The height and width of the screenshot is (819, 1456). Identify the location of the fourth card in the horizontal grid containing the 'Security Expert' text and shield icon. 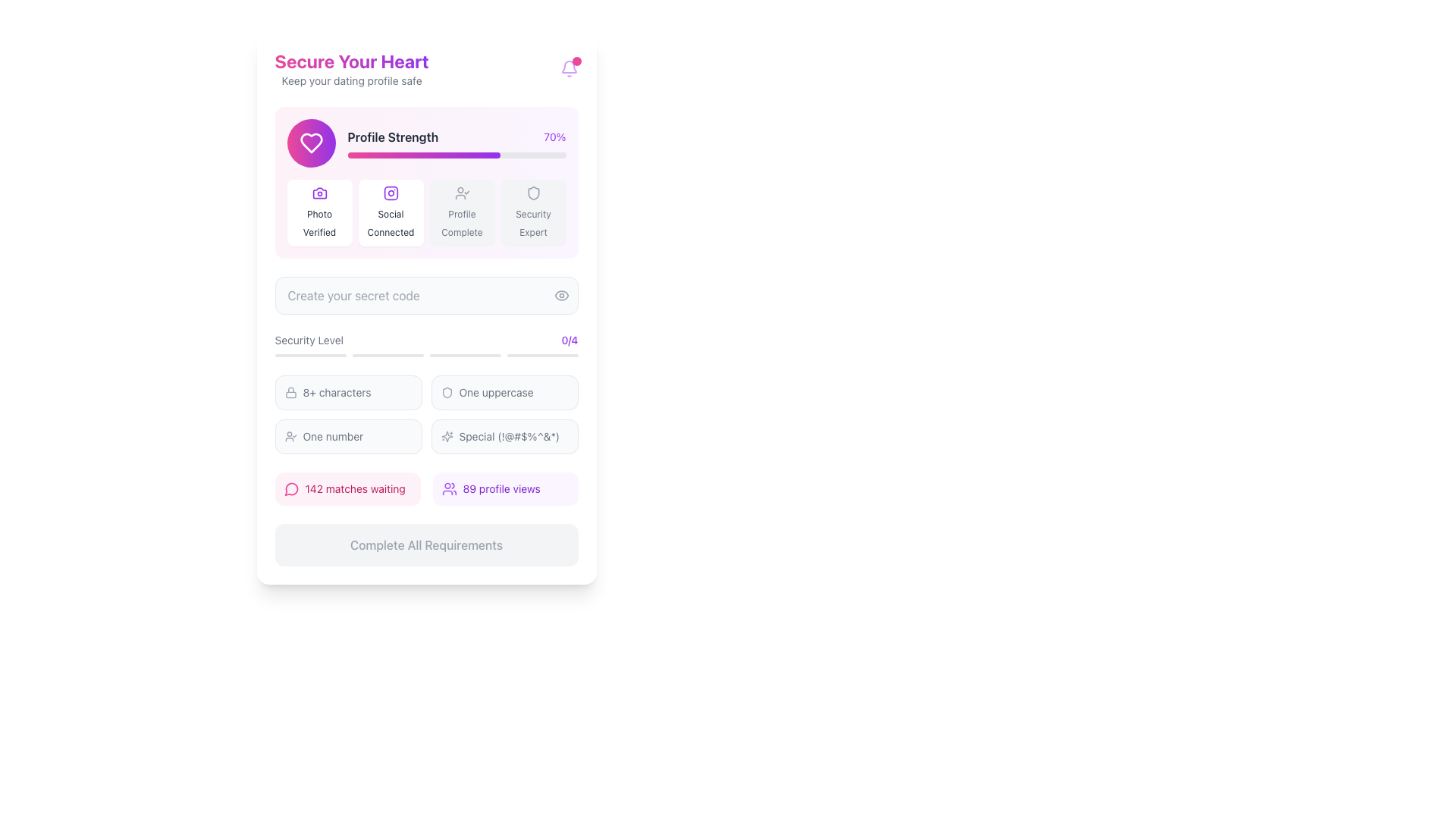
(533, 213).